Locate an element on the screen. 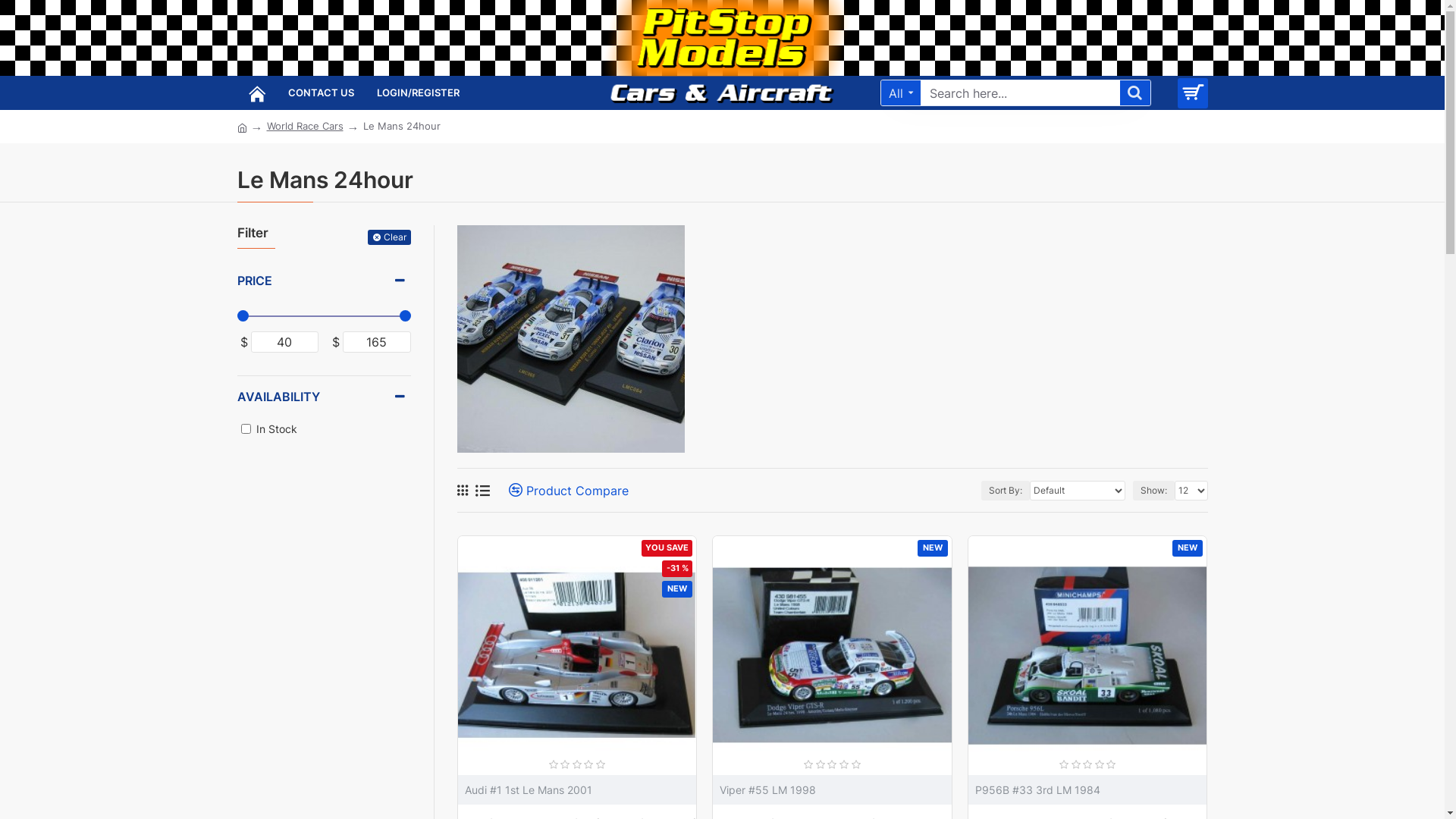 This screenshot has width=1456, height=819. 'LOGIN/REGISTER' is located at coordinates (418, 93).